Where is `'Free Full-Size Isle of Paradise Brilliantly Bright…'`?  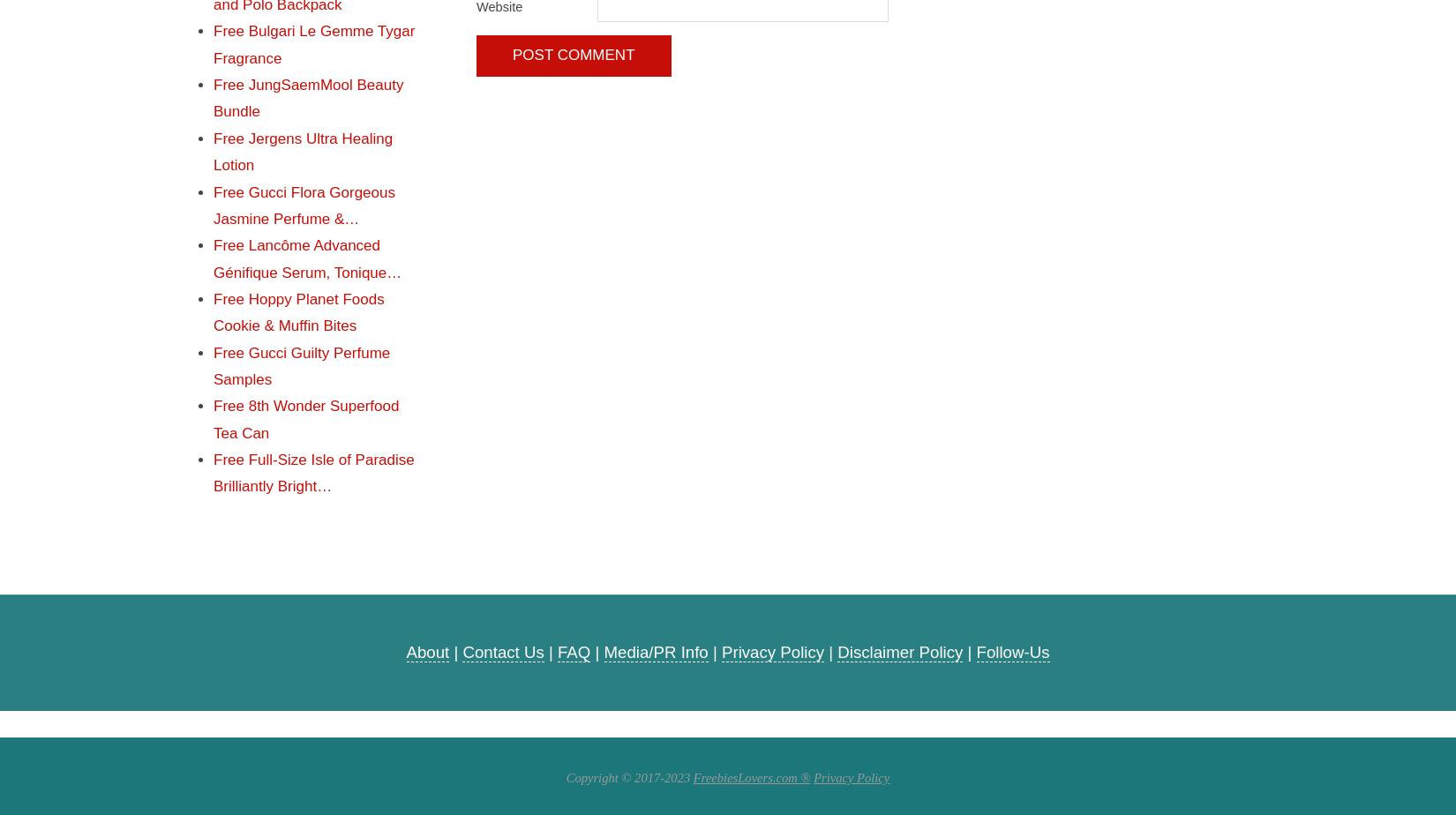
'Free Full-Size Isle of Paradise Brilliantly Bright…' is located at coordinates (313, 473).